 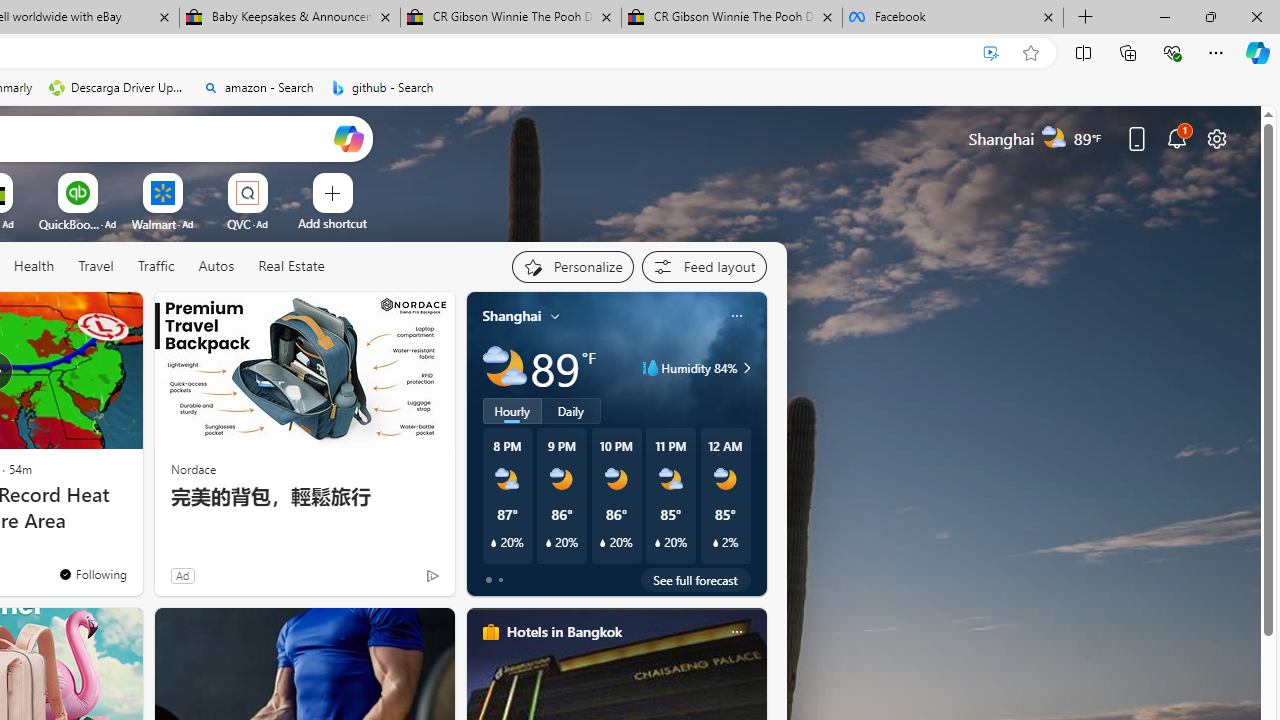 I want to click on 'Enhance video', so click(x=991, y=52).